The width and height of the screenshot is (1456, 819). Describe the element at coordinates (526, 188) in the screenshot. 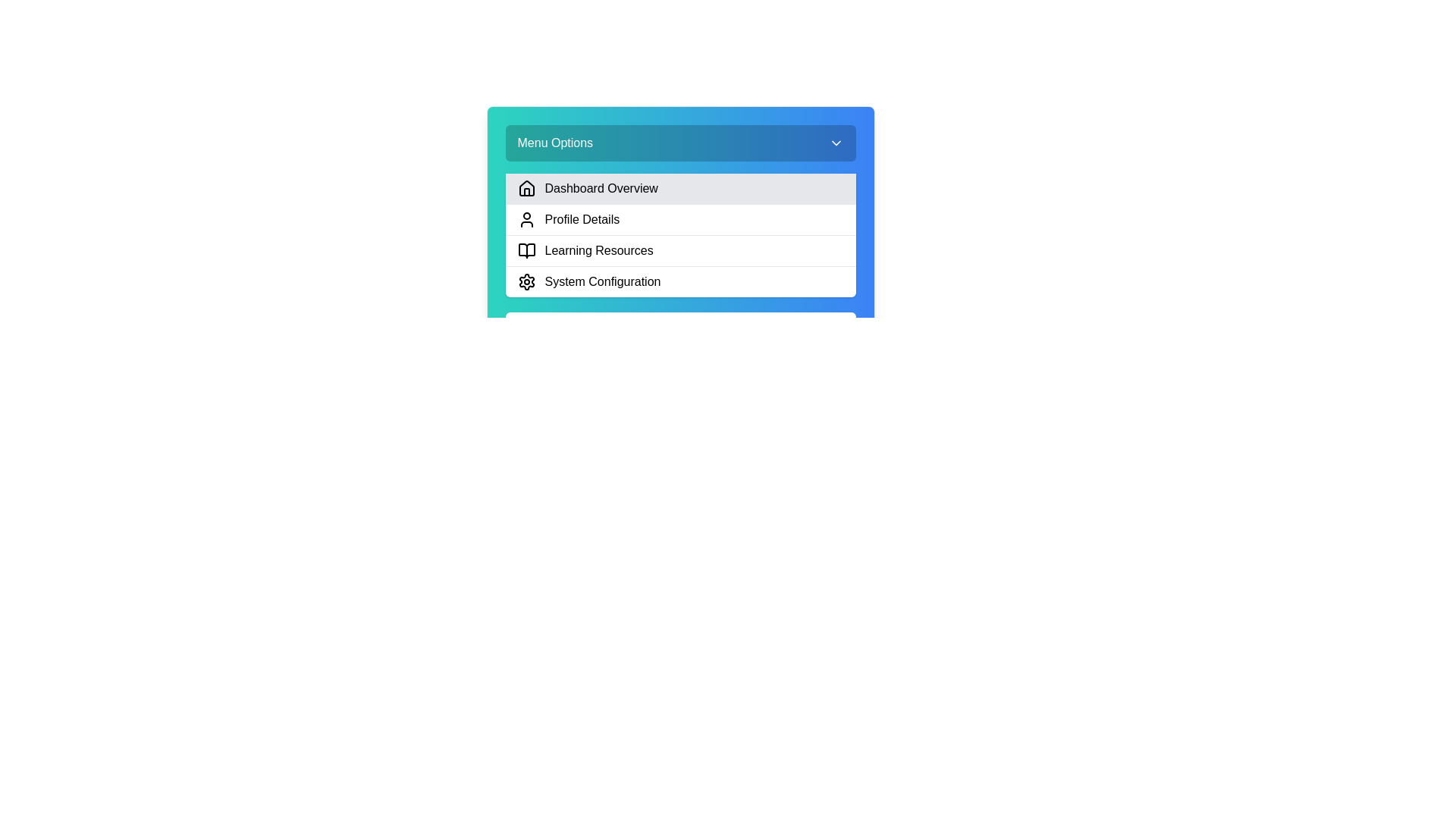

I see `the 'Dashboard Overview' menu icon, which is located in the leftmost position of the first row of the vertical menu list, adjacent to the text 'Dashboard Overview'` at that location.